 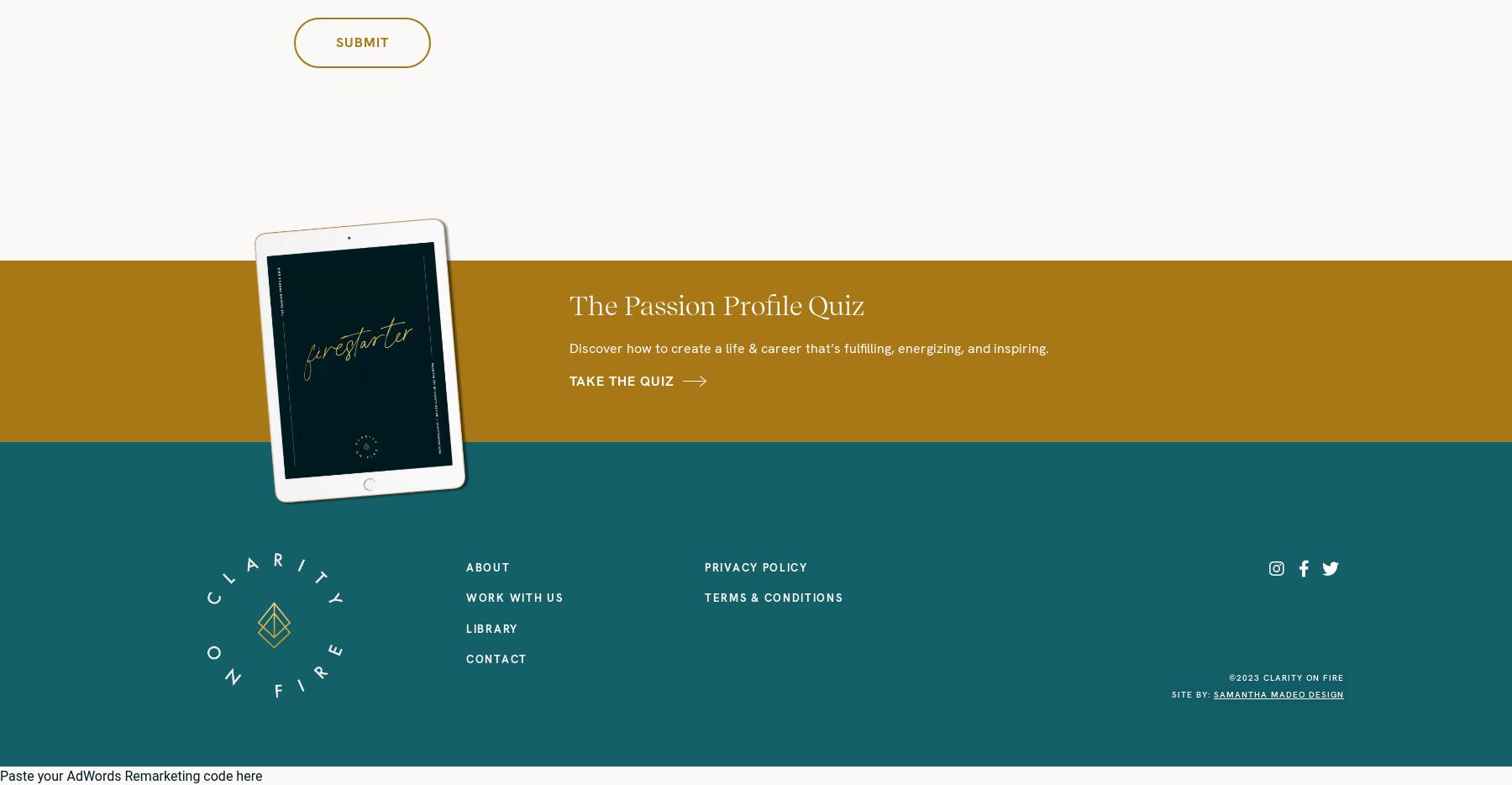 I want to click on 'TERMS & CONDITIONS', so click(x=773, y=598).